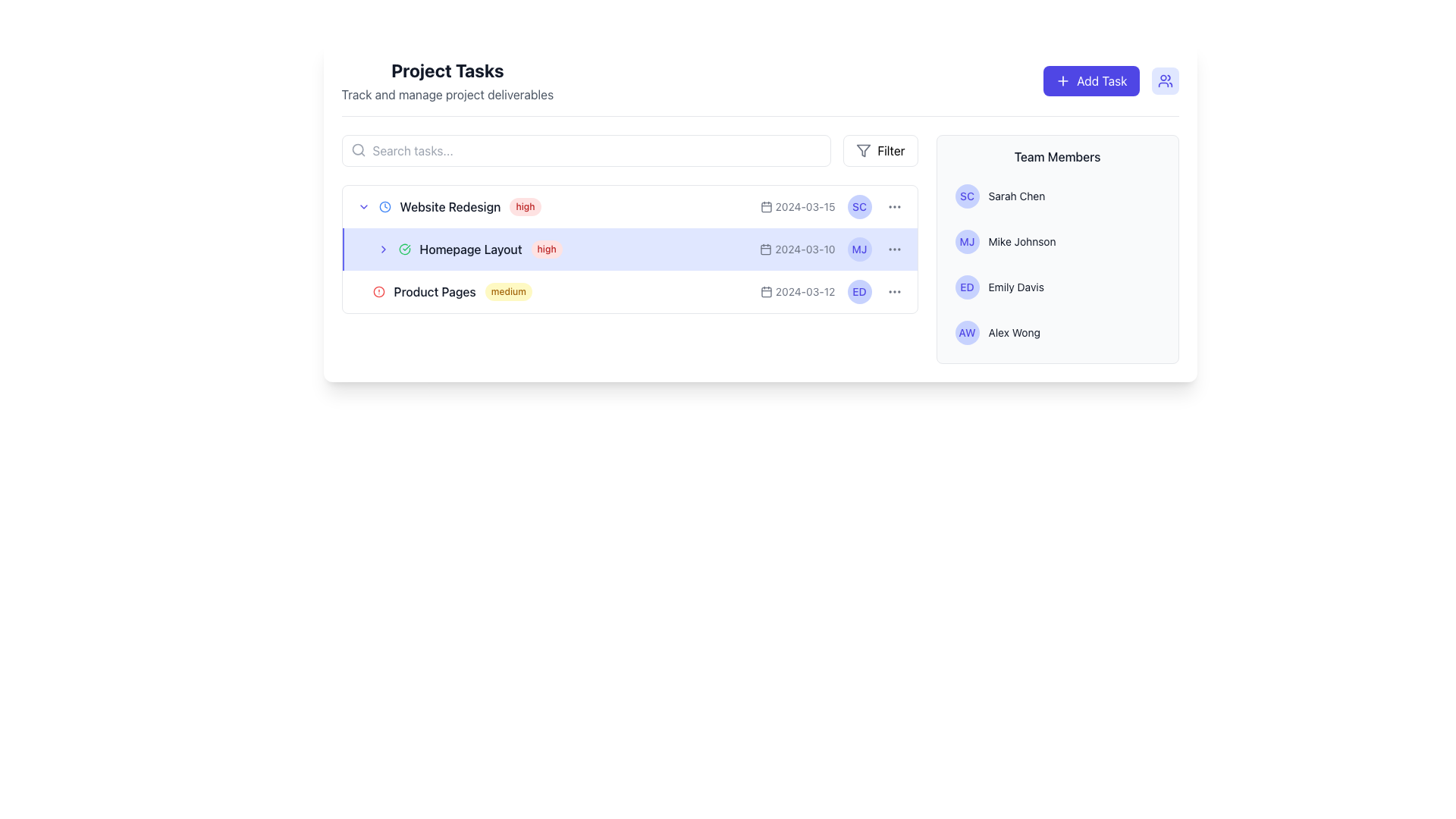 The image size is (1456, 819). What do you see at coordinates (1164, 81) in the screenshot?
I see `the group of people icon located at the top right corner of the interface, adjacent to the 'Add Task' button` at bounding box center [1164, 81].